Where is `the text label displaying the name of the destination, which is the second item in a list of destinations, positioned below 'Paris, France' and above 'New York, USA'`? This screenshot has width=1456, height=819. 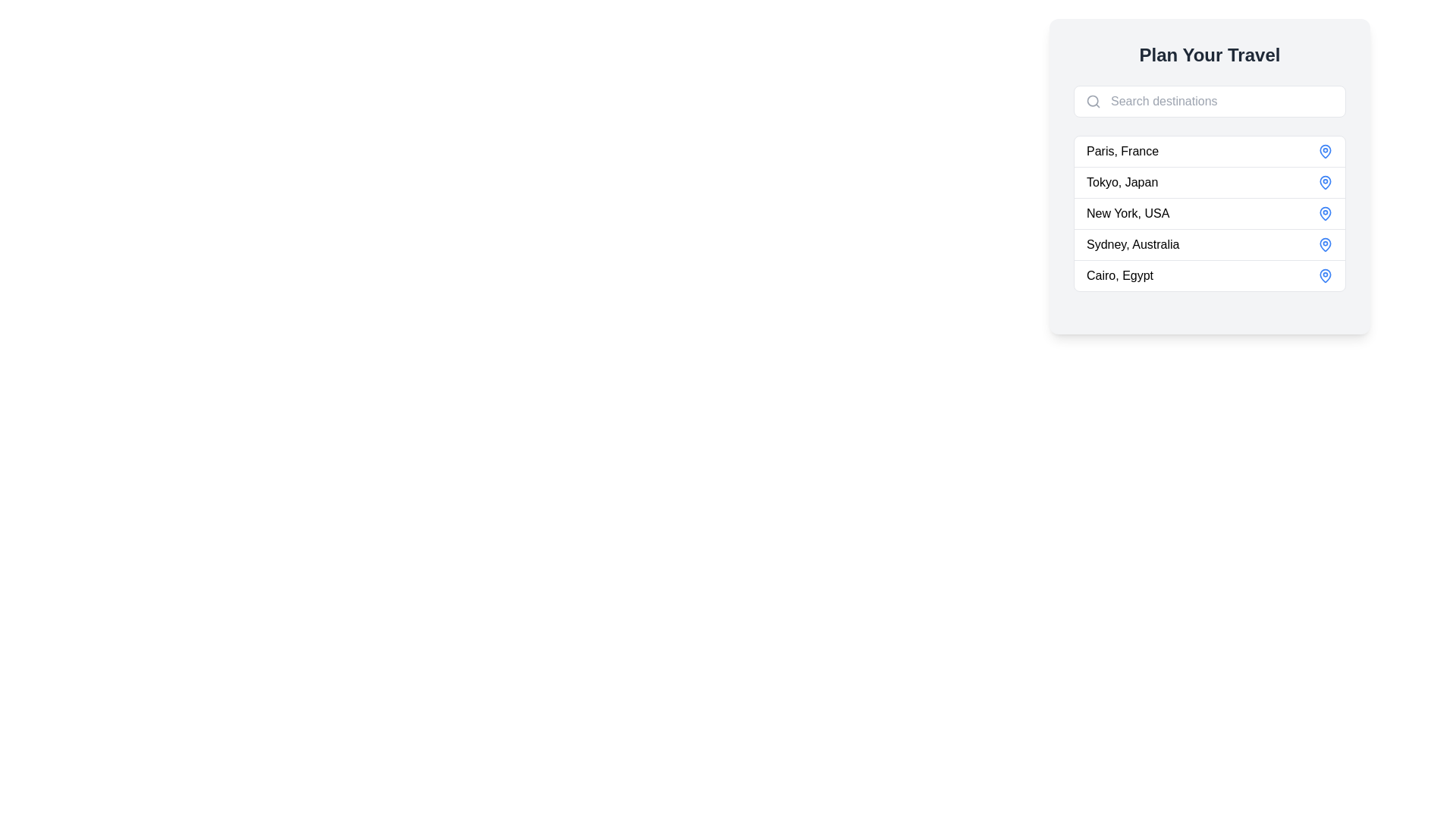 the text label displaying the name of the destination, which is the second item in a list of destinations, positioned below 'Paris, France' and above 'New York, USA' is located at coordinates (1122, 181).